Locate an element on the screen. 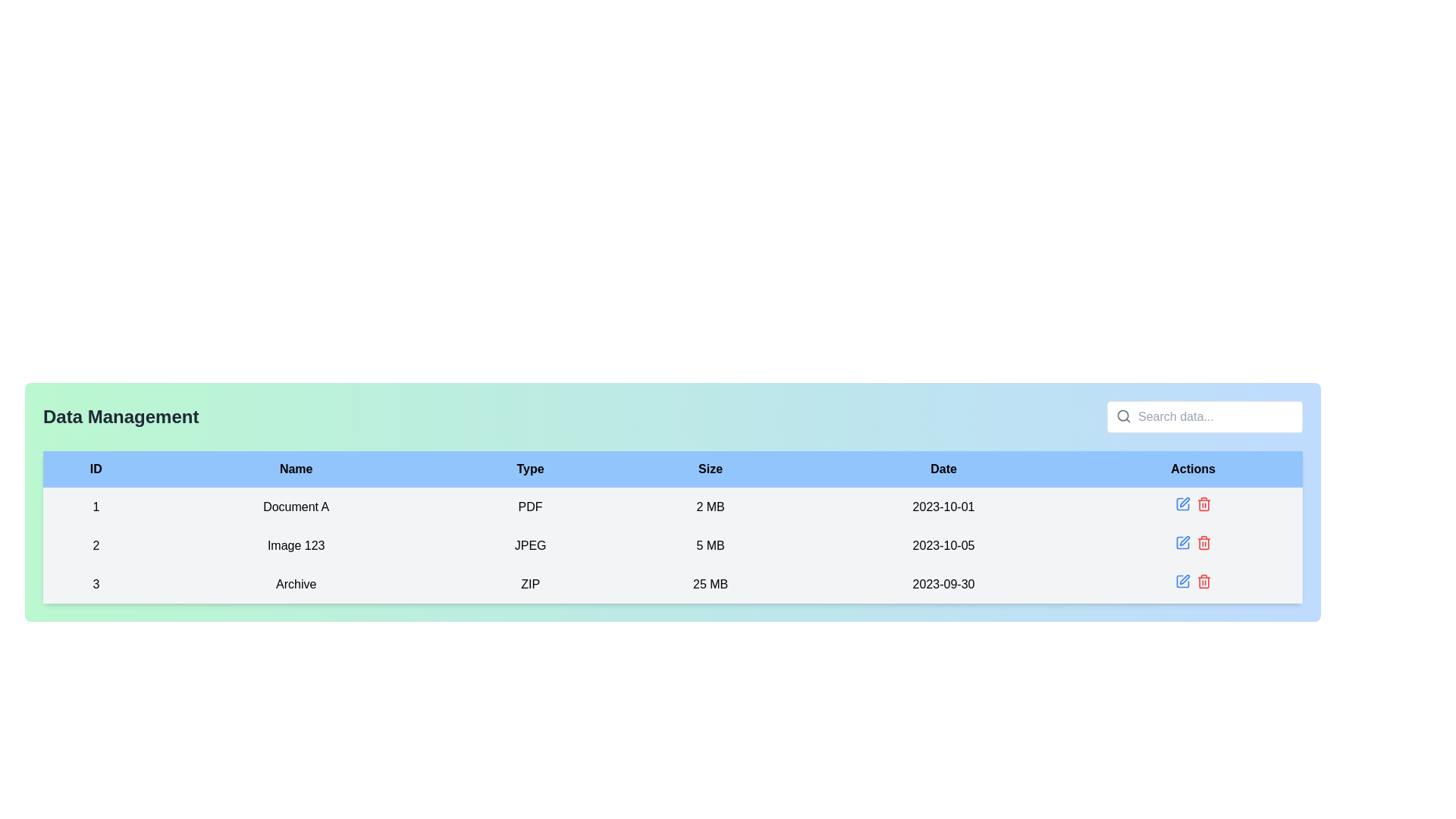 This screenshot has height=819, width=1456. the non-interactive informational Text label that represents the file type or format associated with the data row, located in the third cell under the 'Type' column in the third row of the data table is located at coordinates (530, 583).